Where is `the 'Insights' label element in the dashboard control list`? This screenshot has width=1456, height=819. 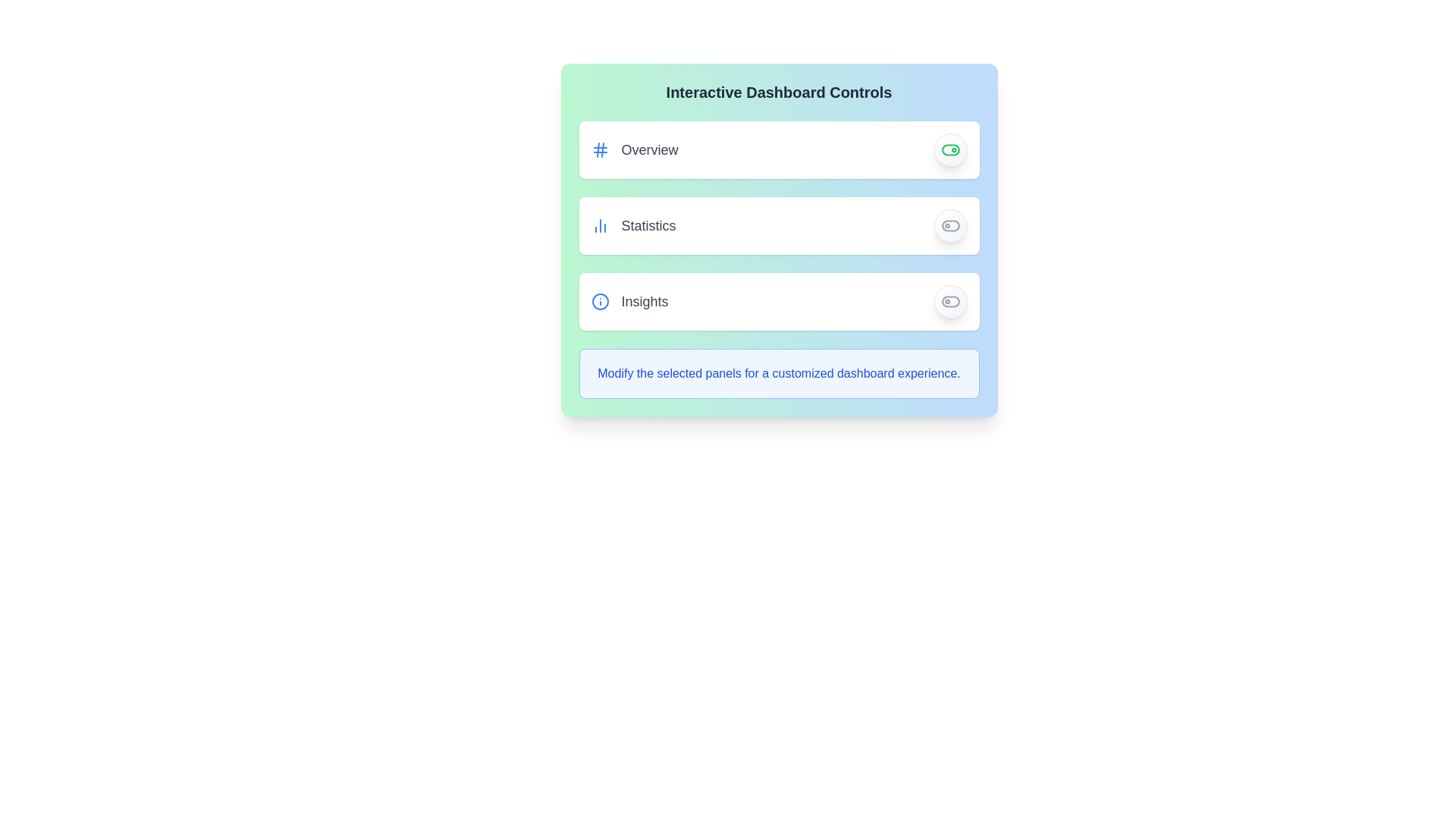 the 'Insights' label element in the dashboard control list is located at coordinates (629, 301).